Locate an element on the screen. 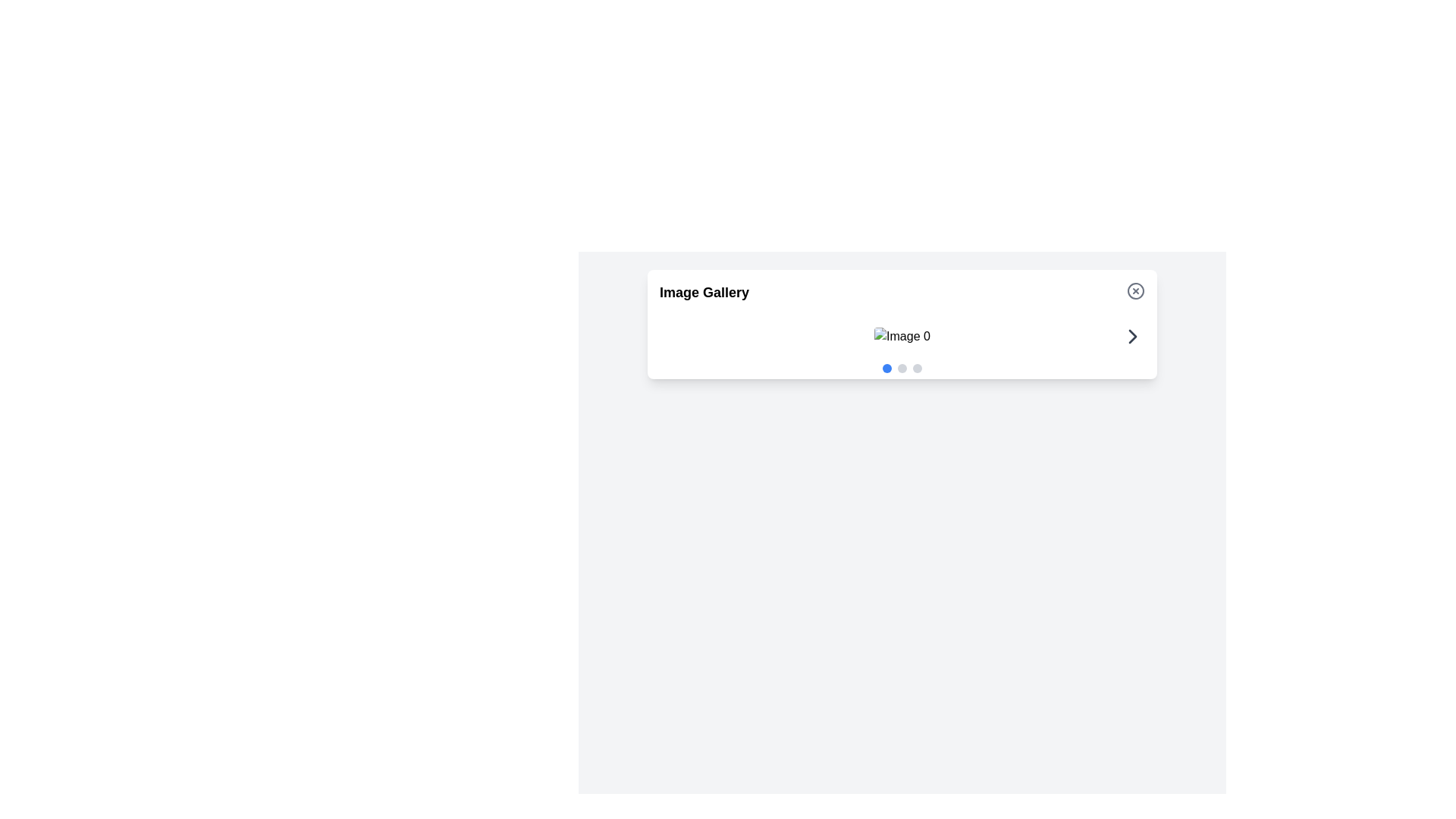 This screenshot has width=1456, height=819. the image displayed is located at coordinates (902, 335).